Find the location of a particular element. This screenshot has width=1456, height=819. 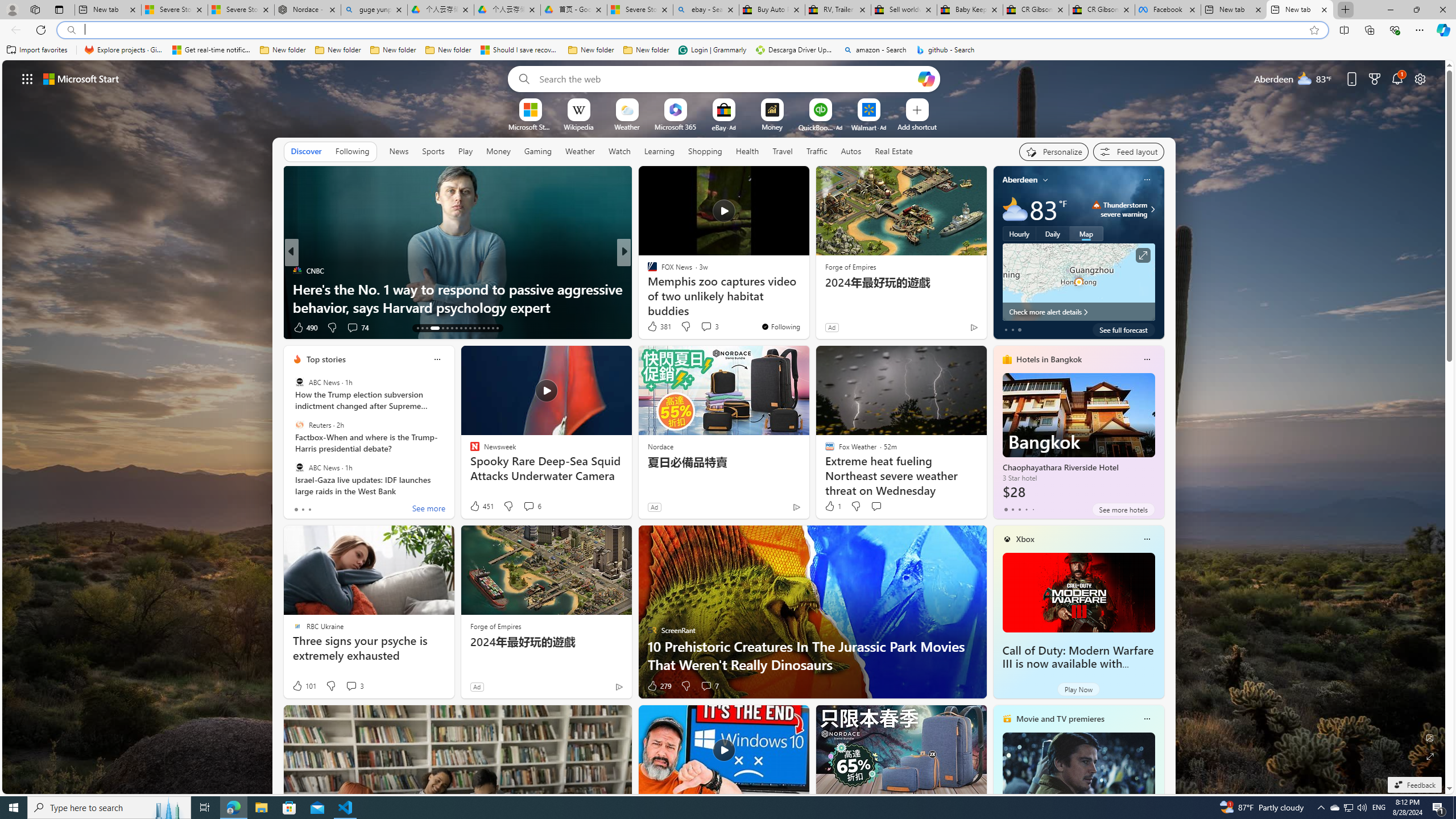

'Autos' is located at coordinates (851, 151).